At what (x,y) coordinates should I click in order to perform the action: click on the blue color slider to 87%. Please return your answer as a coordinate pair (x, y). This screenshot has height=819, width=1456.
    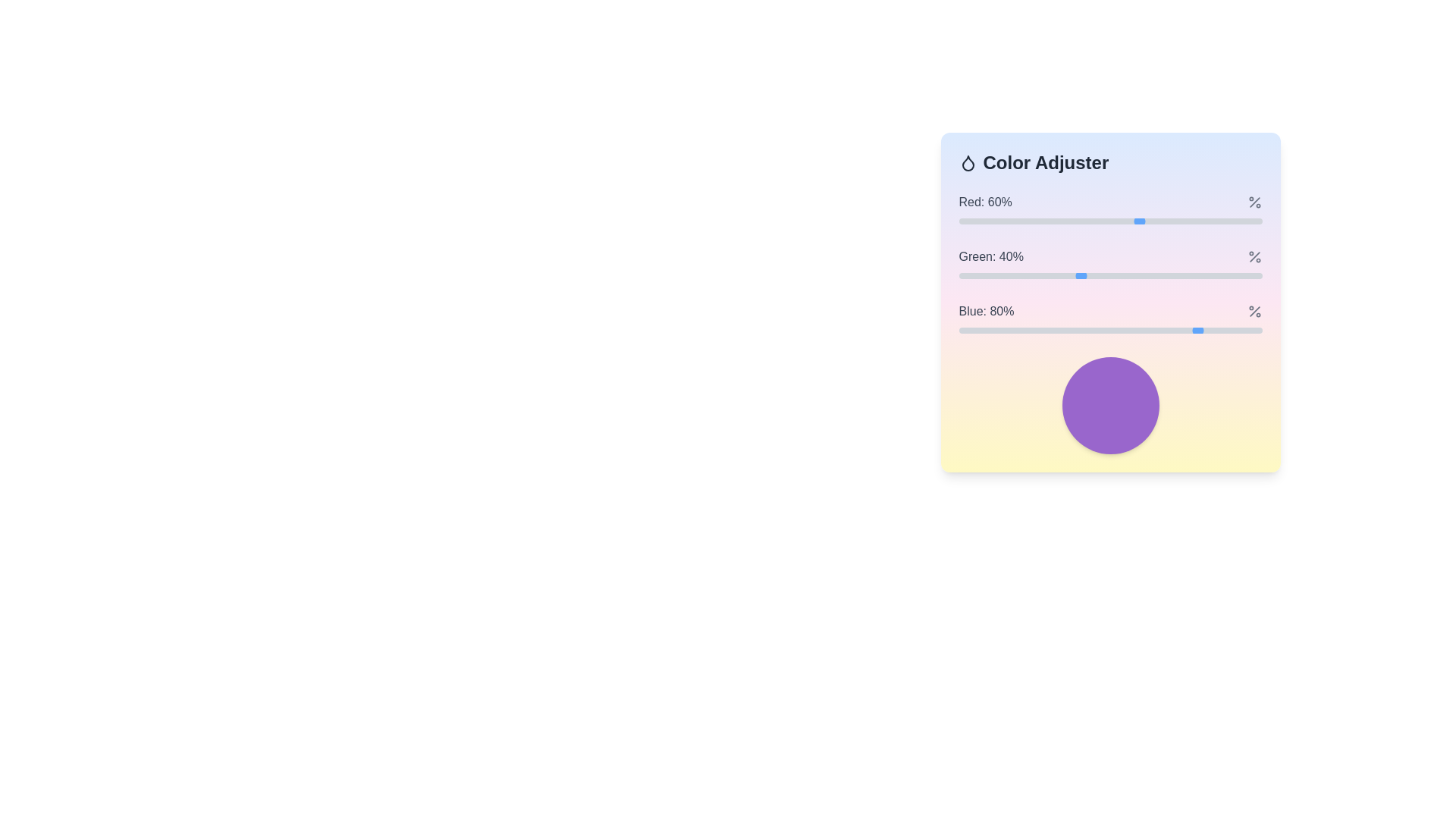
    Looking at the image, I should click on (1222, 329).